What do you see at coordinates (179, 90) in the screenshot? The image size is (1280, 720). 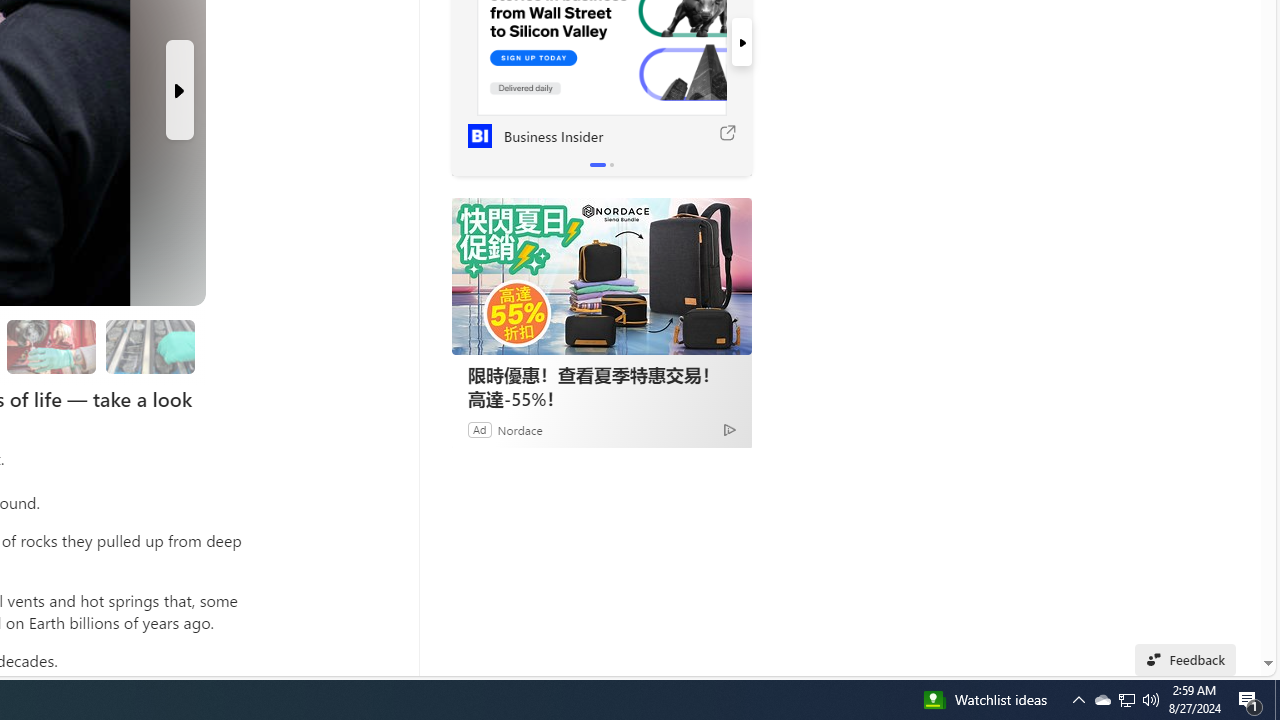 I see `'Next Slide'` at bounding box center [179, 90].